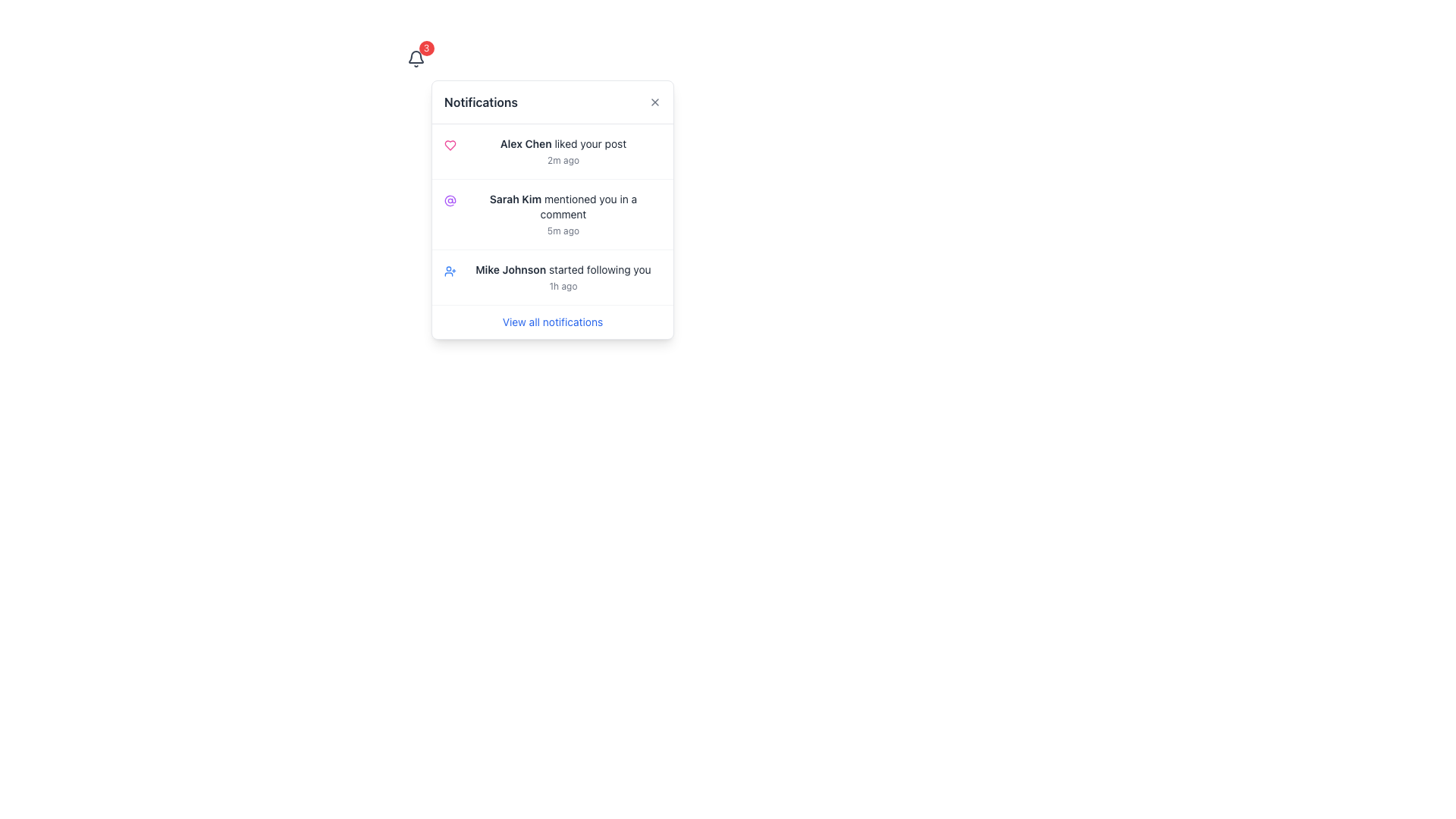 The image size is (1456, 819). Describe the element at coordinates (450, 200) in the screenshot. I see `the purple '@' icon located` at that location.